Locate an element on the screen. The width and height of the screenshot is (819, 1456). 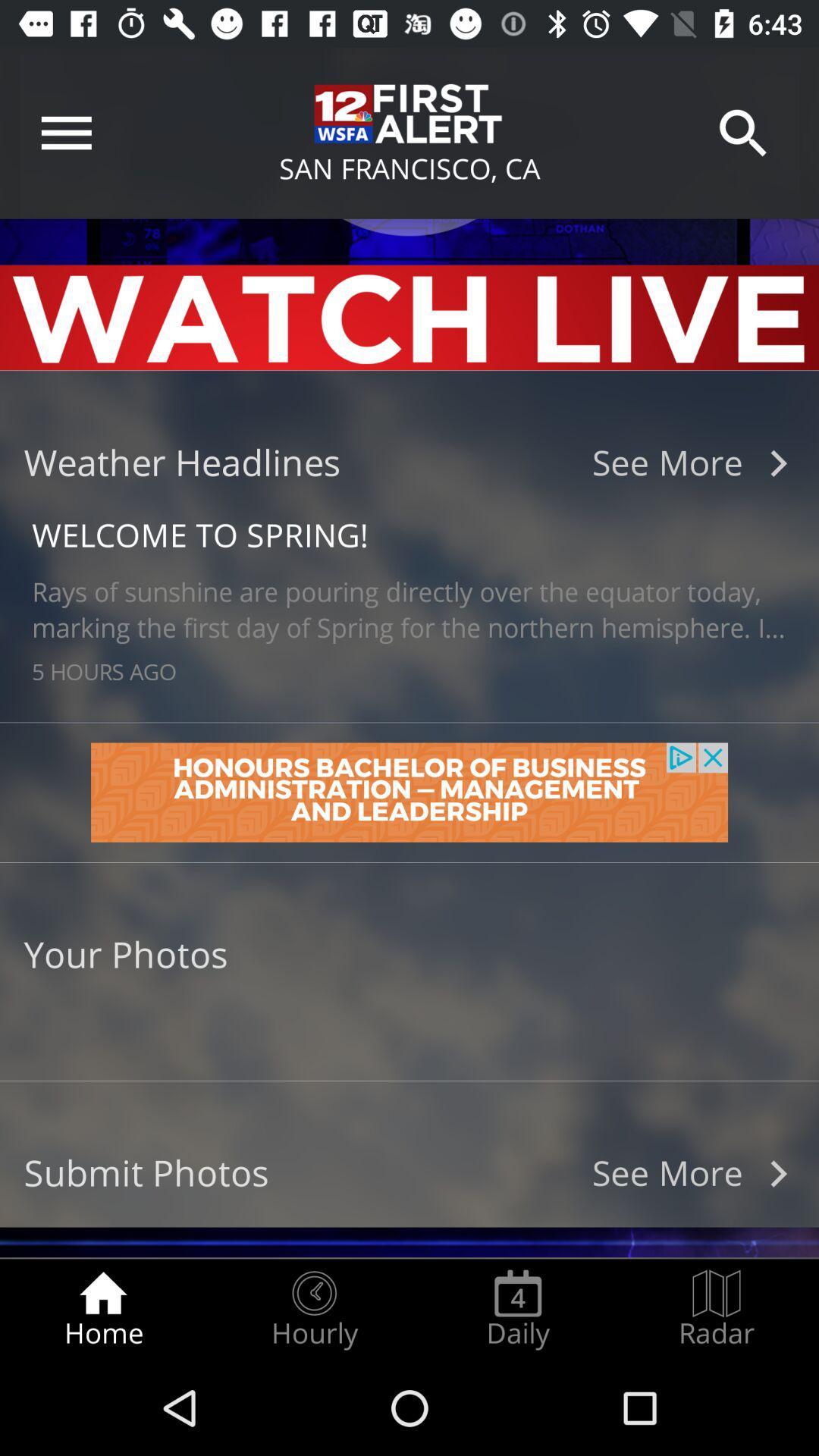
the daily item is located at coordinates (517, 1309).